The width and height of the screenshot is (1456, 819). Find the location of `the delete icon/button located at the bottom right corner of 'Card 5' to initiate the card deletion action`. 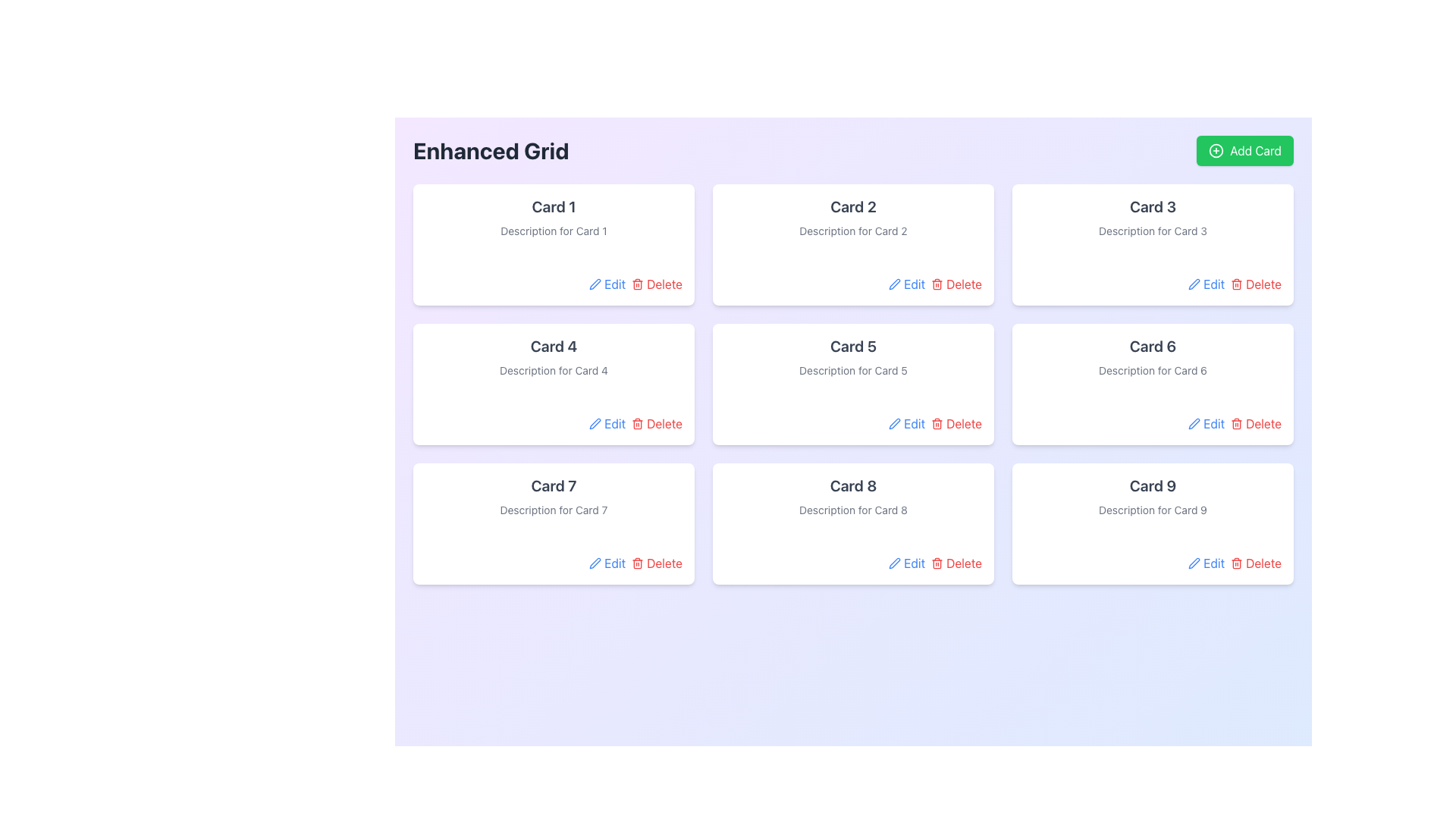

the delete icon/button located at the bottom right corner of 'Card 5' to initiate the card deletion action is located at coordinates (937, 424).